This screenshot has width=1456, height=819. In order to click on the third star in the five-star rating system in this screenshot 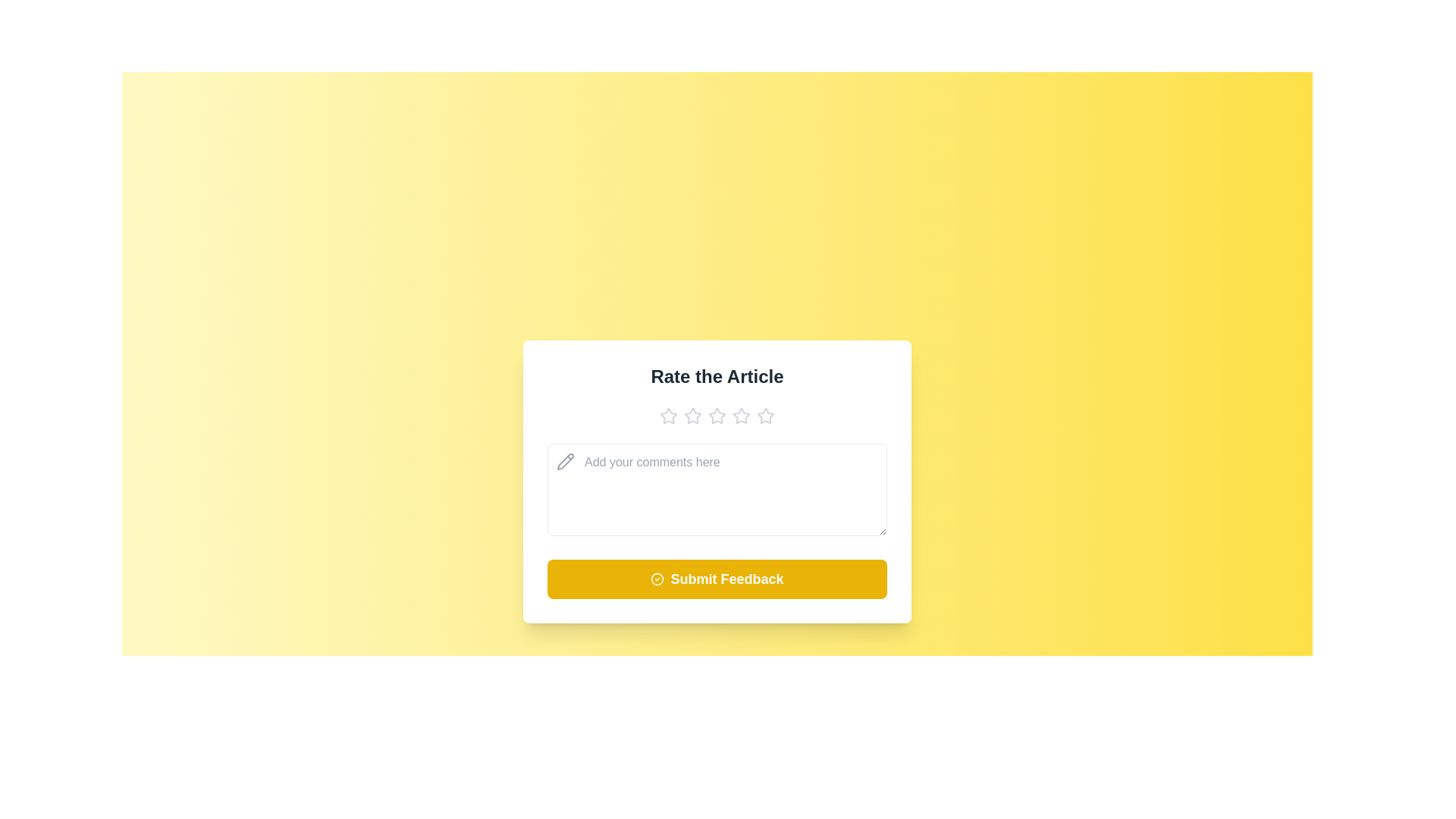, I will do `click(742, 415)`.